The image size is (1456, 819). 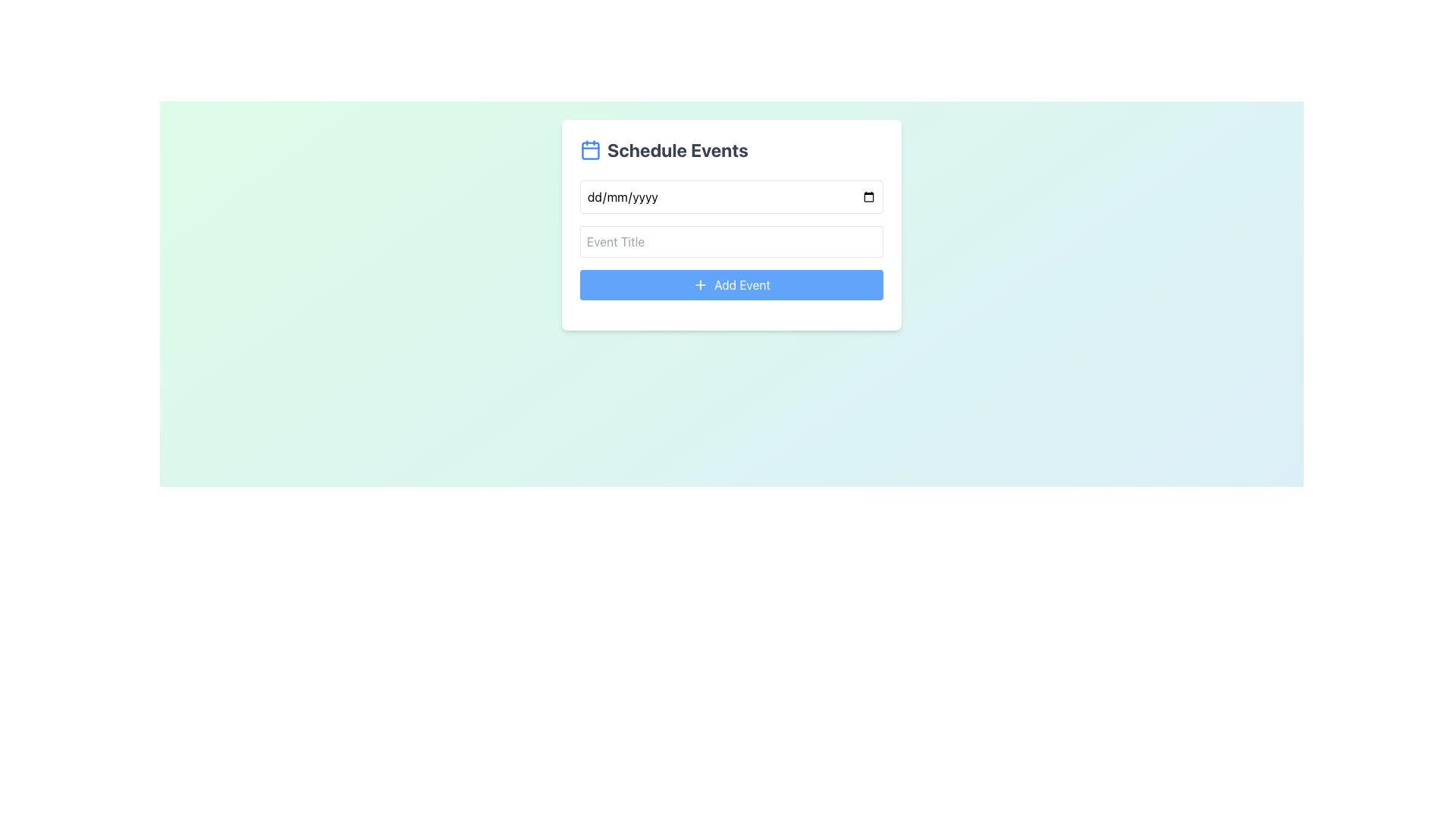 I want to click on the cross-shaped icon representing a 'plus' or add action located inside the 'Add Event' button, next to the text label, so click(x=700, y=284).